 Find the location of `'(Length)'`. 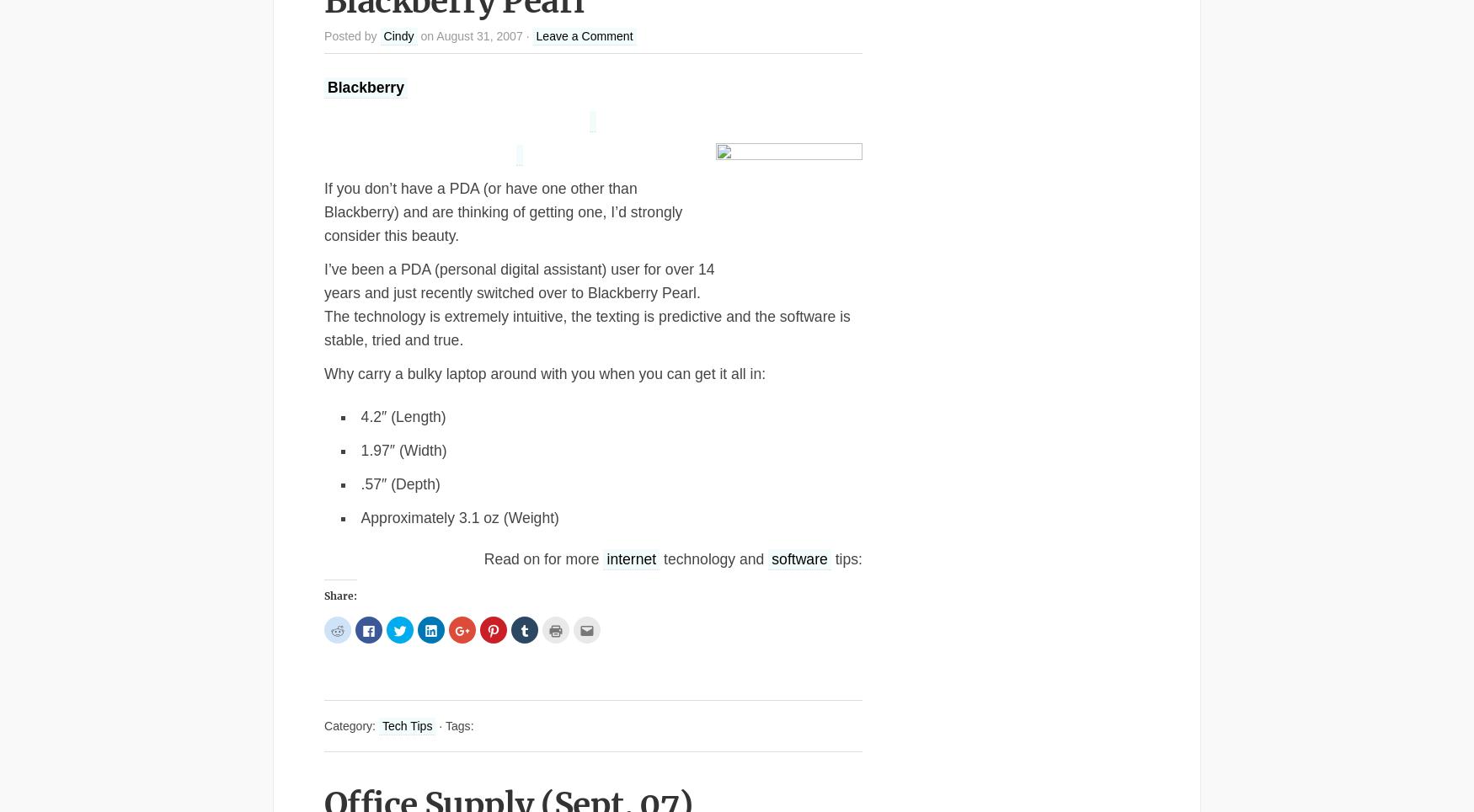

'(Length)' is located at coordinates (418, 416).